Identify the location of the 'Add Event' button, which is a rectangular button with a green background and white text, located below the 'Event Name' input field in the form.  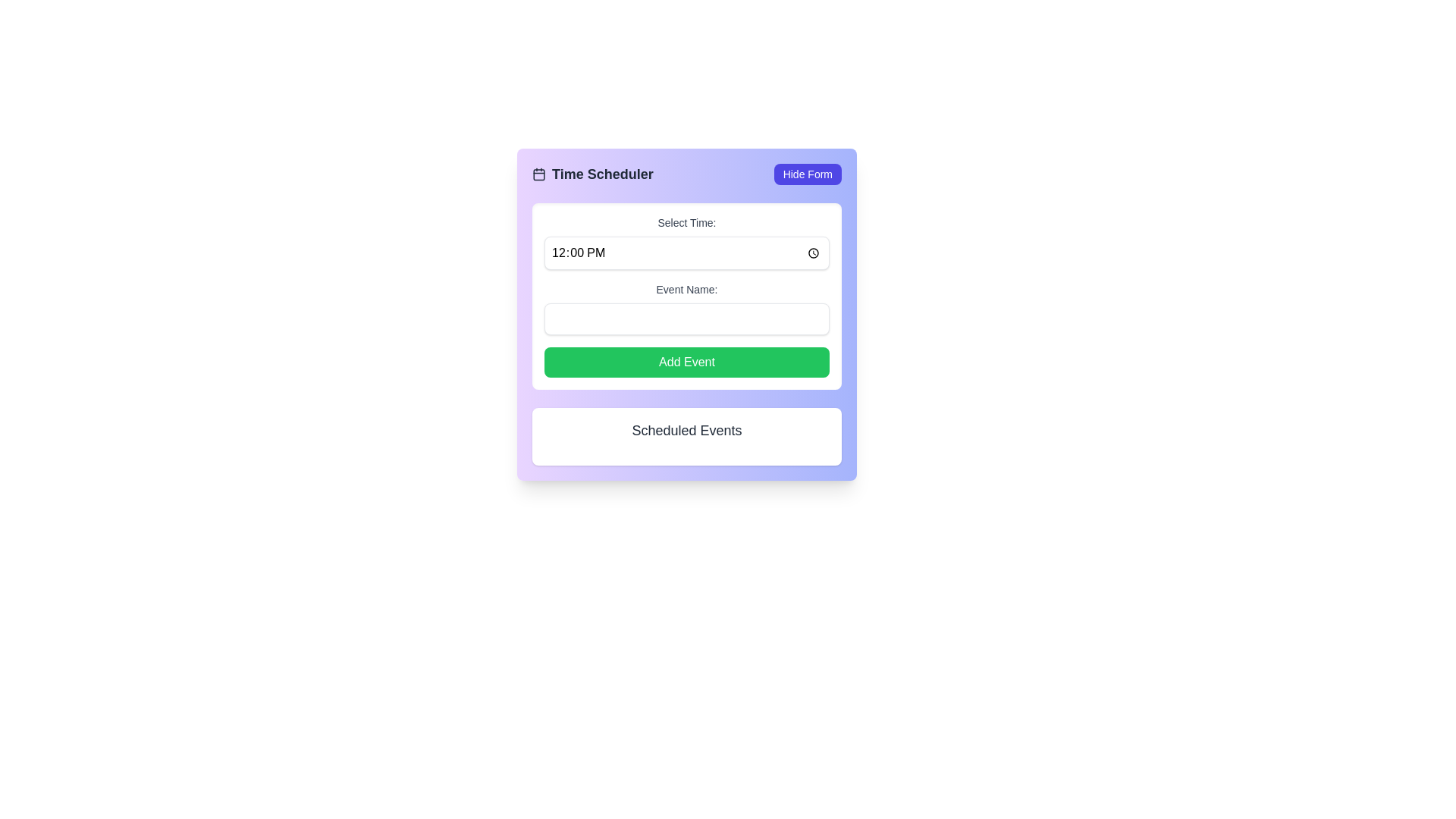
(686, 362).